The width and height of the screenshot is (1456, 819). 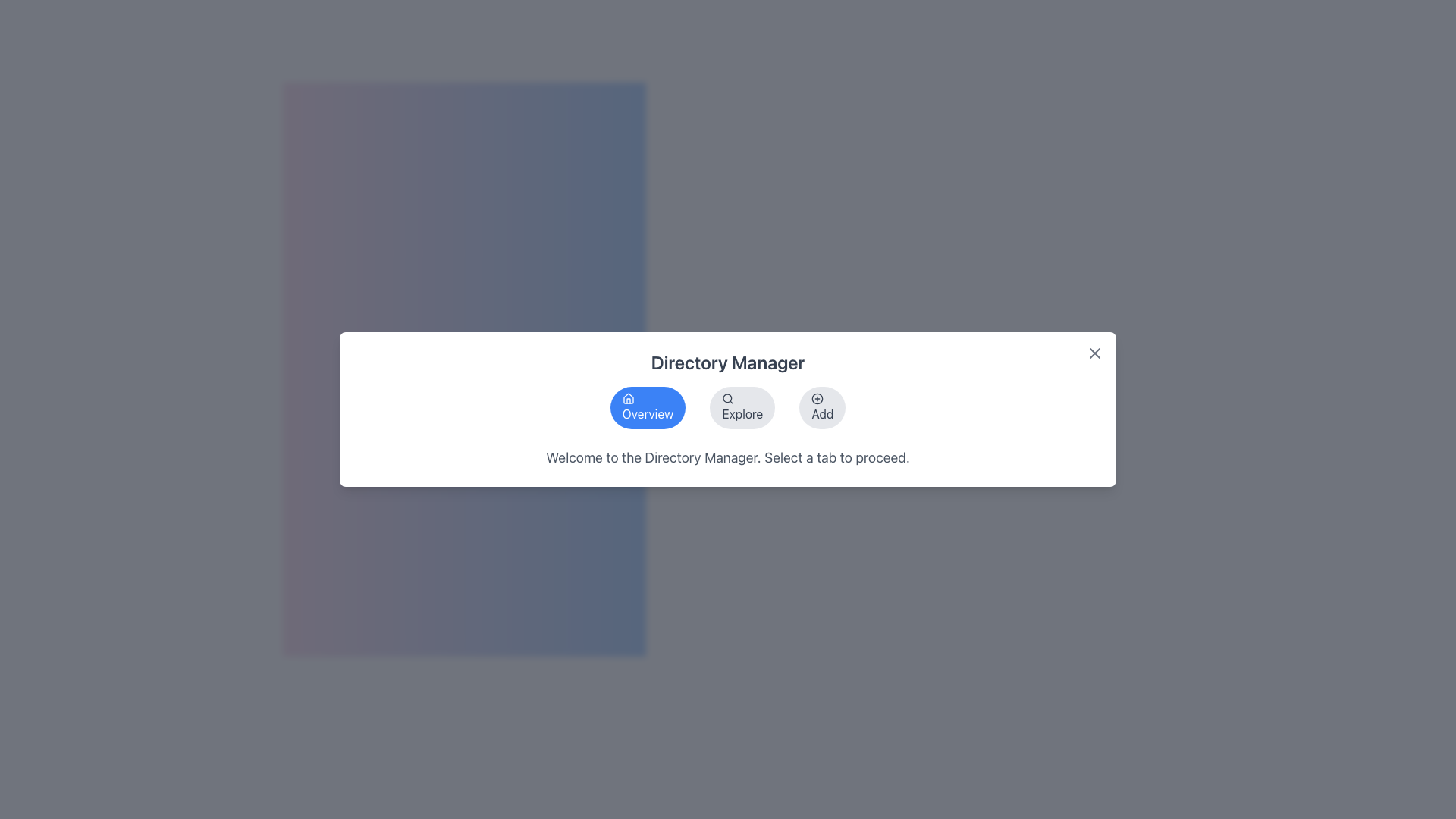 I want to click on the 'Overview' navigation button in the 'Directory Manager' modal to visualize its hover effects, so click(x=648, y=406).